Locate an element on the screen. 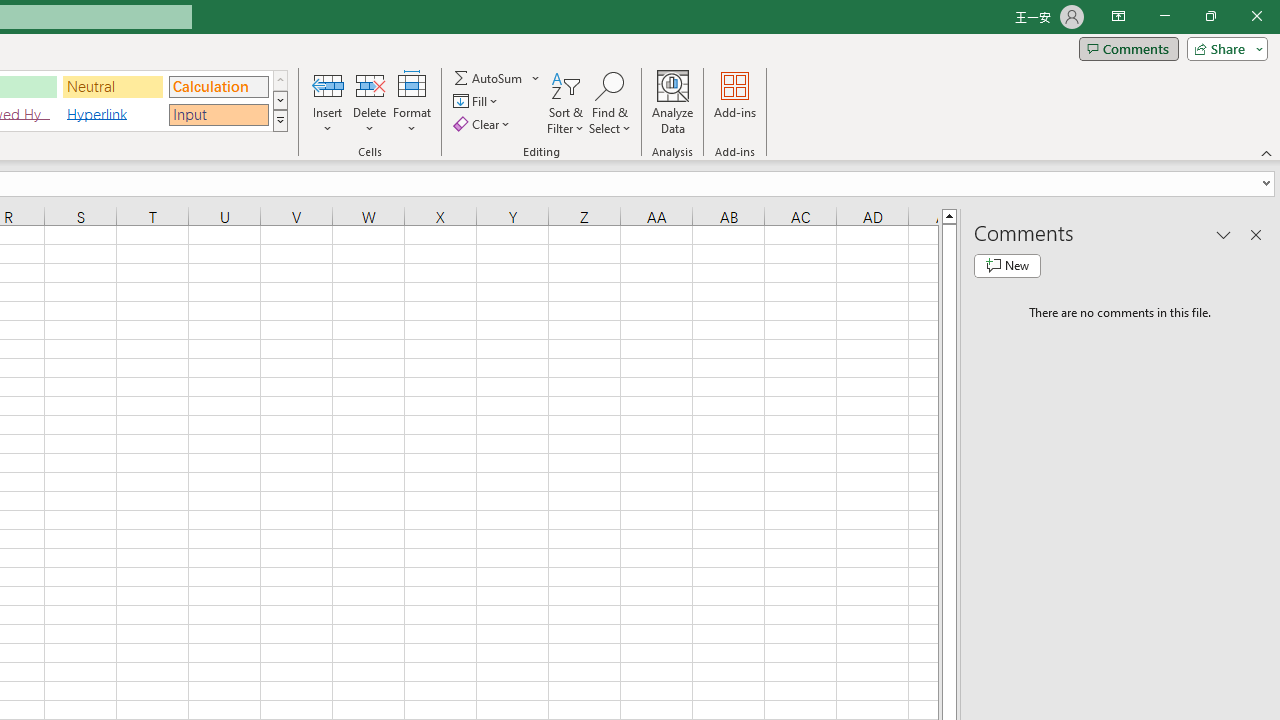 This screenshot has height=720, width=1280. 'Class: NetUIImage' is located at coordinates (279, 120).